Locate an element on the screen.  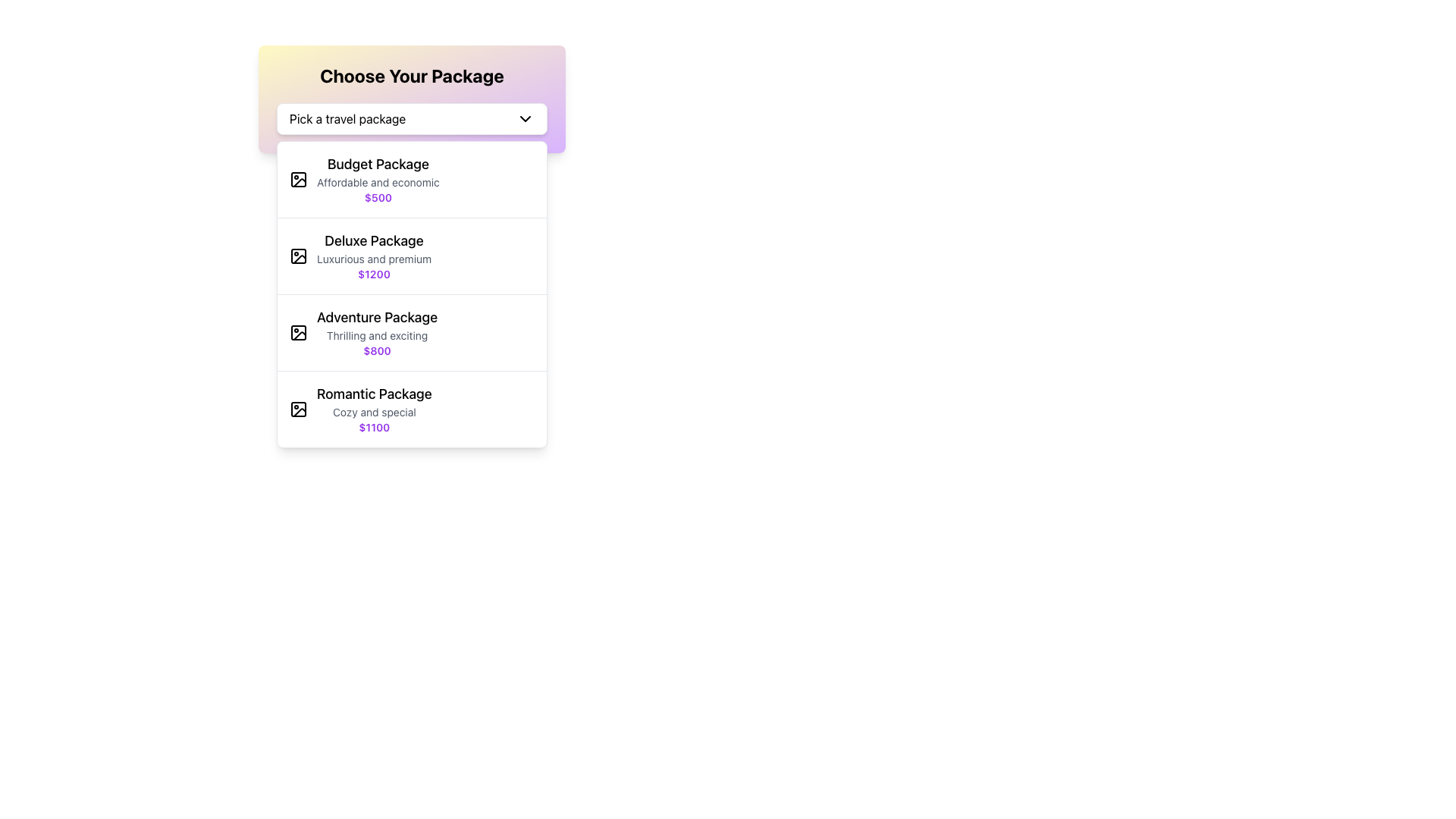
the main bounding rectangle of the 'Adventure Package' icon, which is a rounded rectangle located at the upper-left corner of the icon is located at coordinates (298, 332).